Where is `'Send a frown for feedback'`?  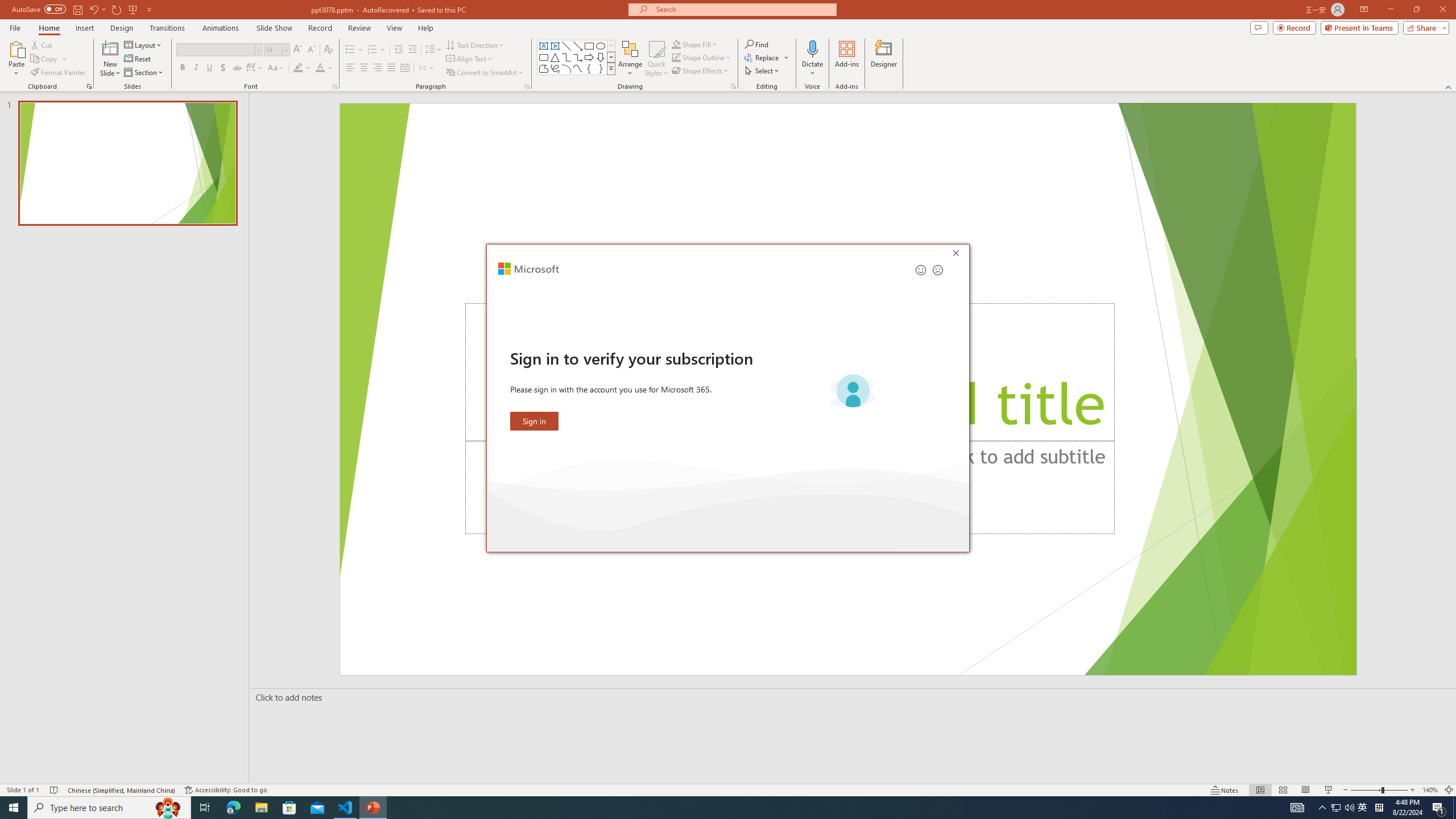
'Send a frown for feedback' is located at coordinates (937, 270).